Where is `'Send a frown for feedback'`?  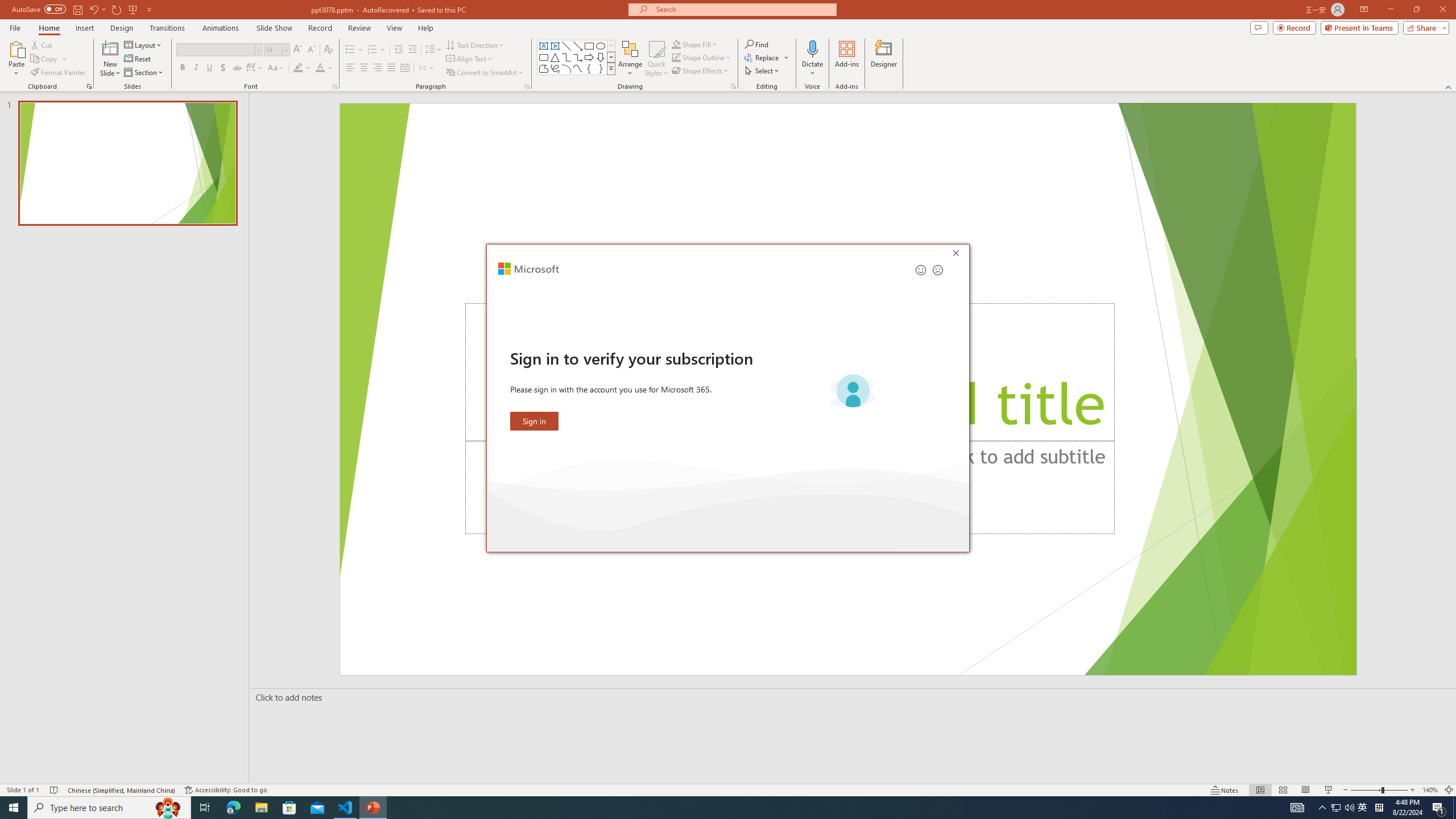
'Send a frown for feedback' is located at coordinates (937, 270).